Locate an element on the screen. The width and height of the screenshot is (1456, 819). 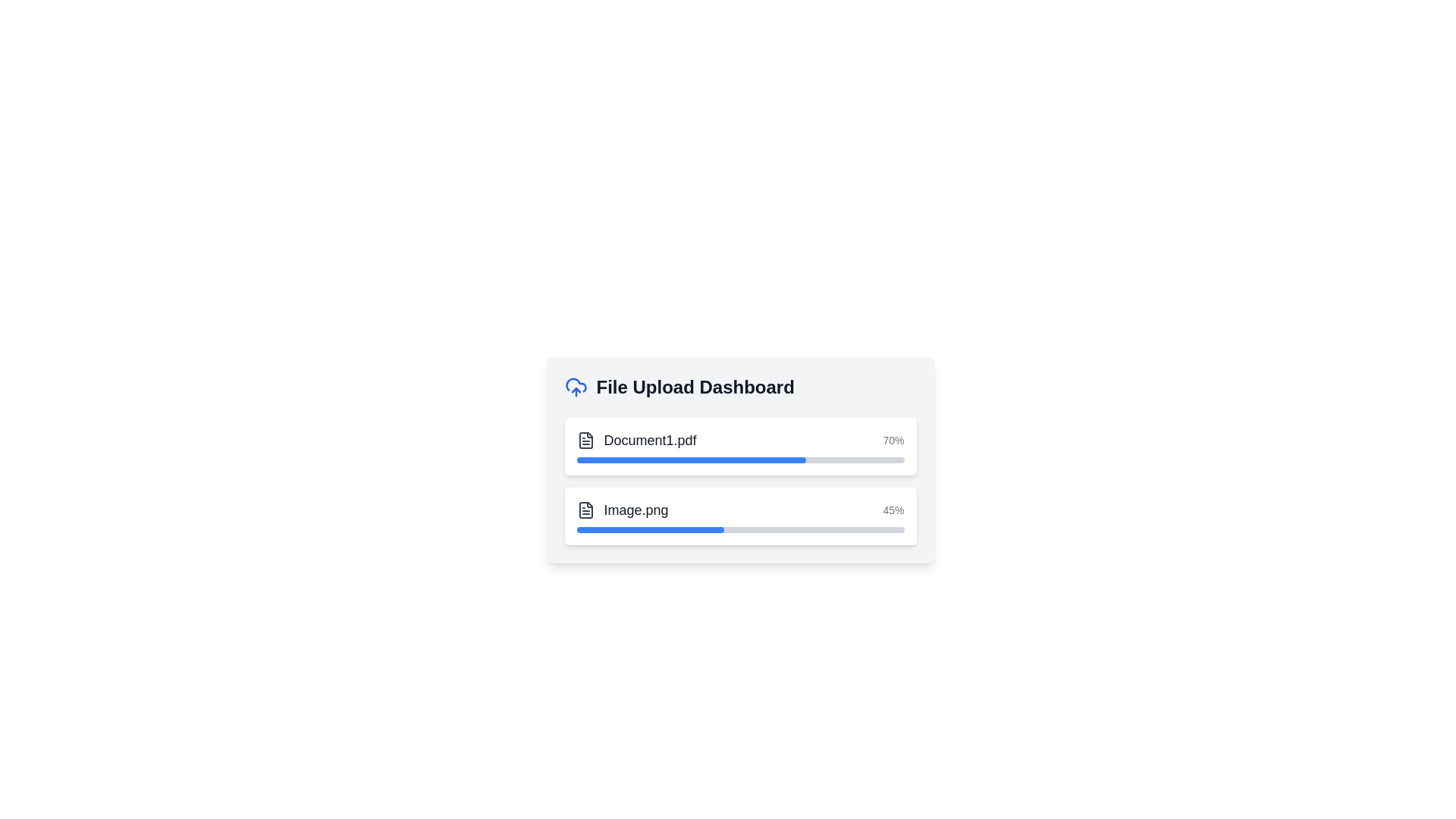
text content of the Text Label displaying 'Image.png', which is styled with a medium-sized, bold font and is located beside a file icon in the second row of the file upload dashboard UI is located at coordinates (636, 510).